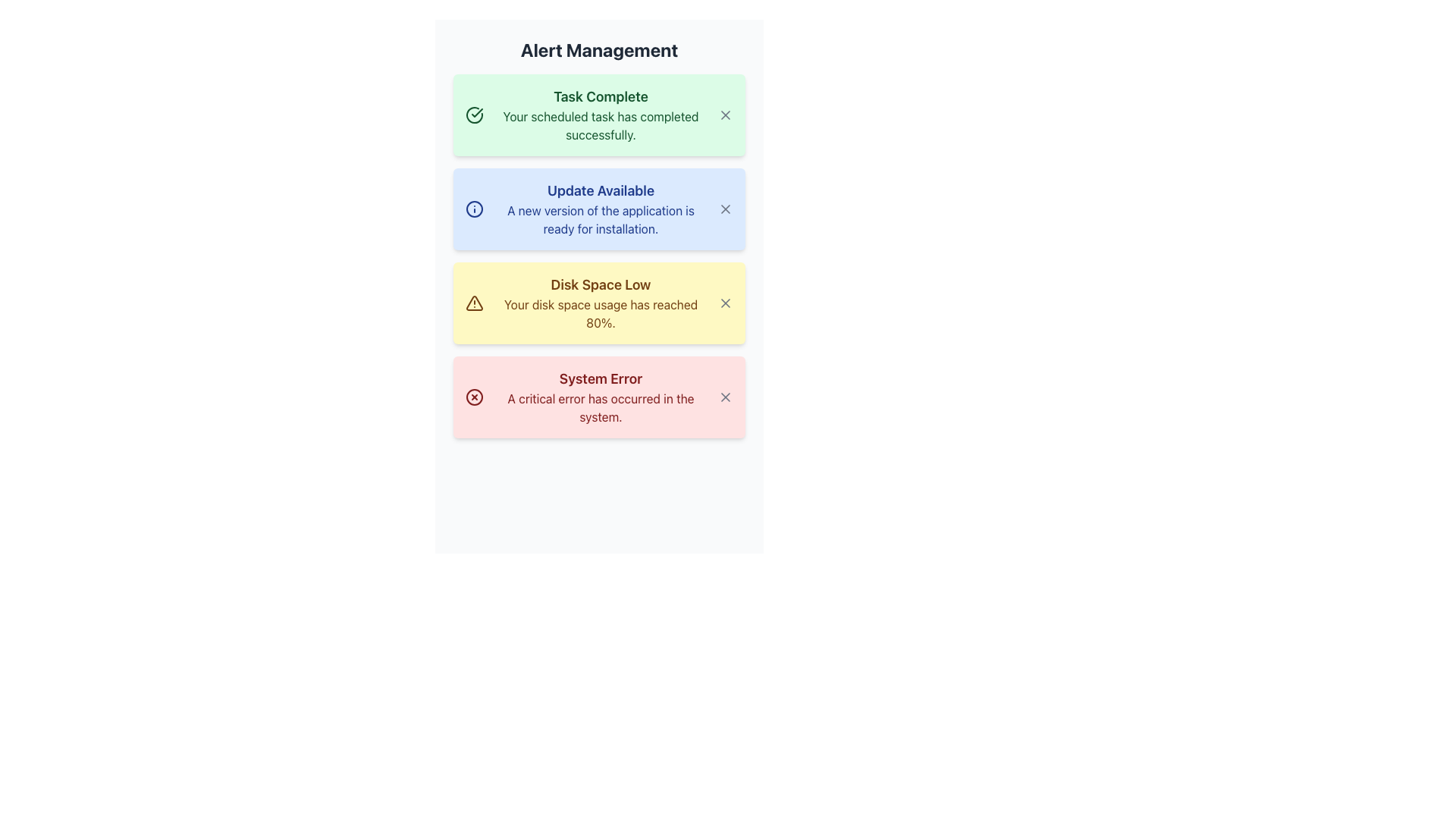  What do you see at coordinates (600, 397) in the screenshot?
I see `the text block displaying 'System Error' with critical error details, located at the bottom of the alert notifications list` at bounding box center [600, 397].